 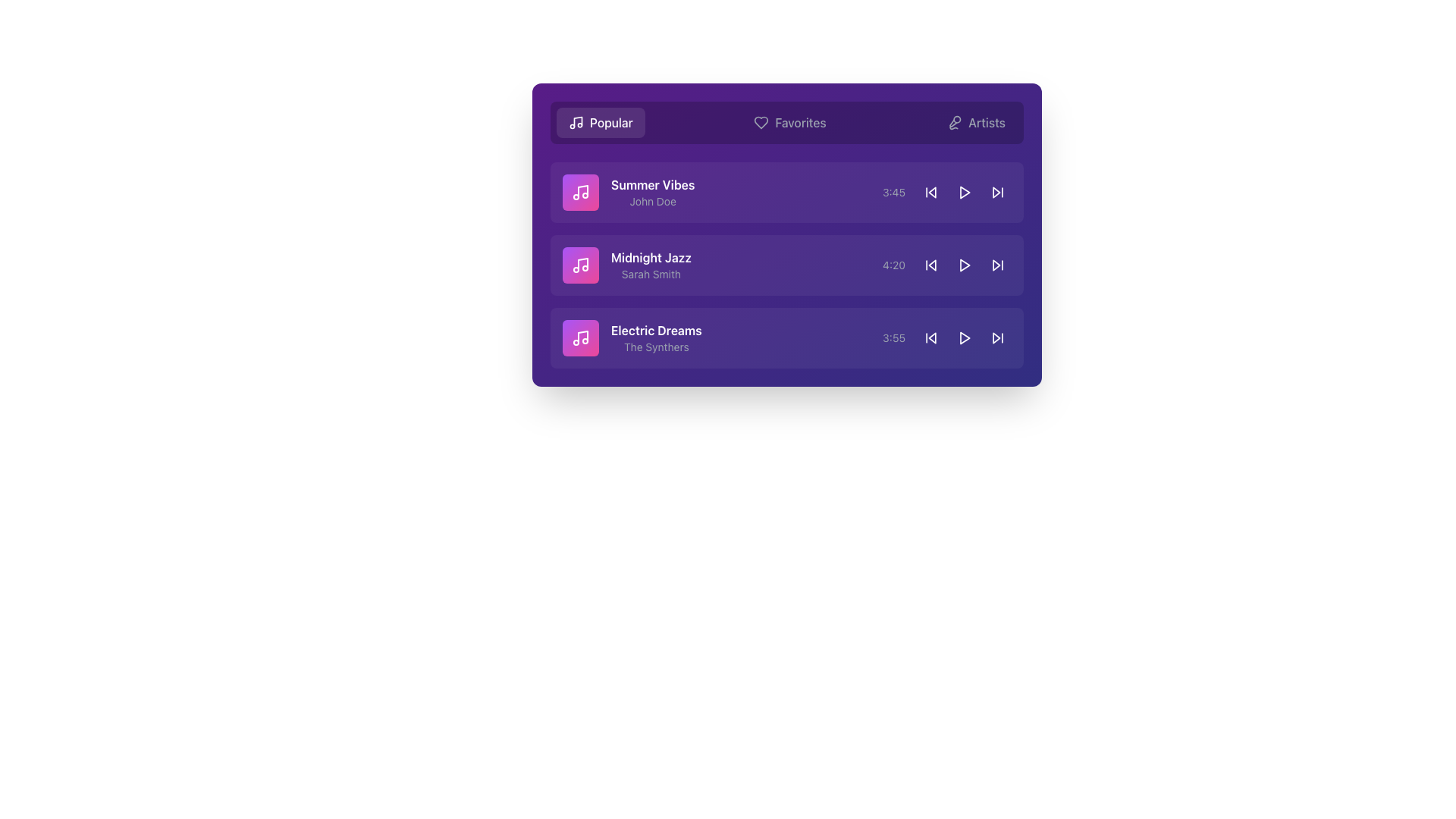 I want to click on the second play button on the right-hand side of the 'Midnight Jazz' entry, so click(x=964, y=265).